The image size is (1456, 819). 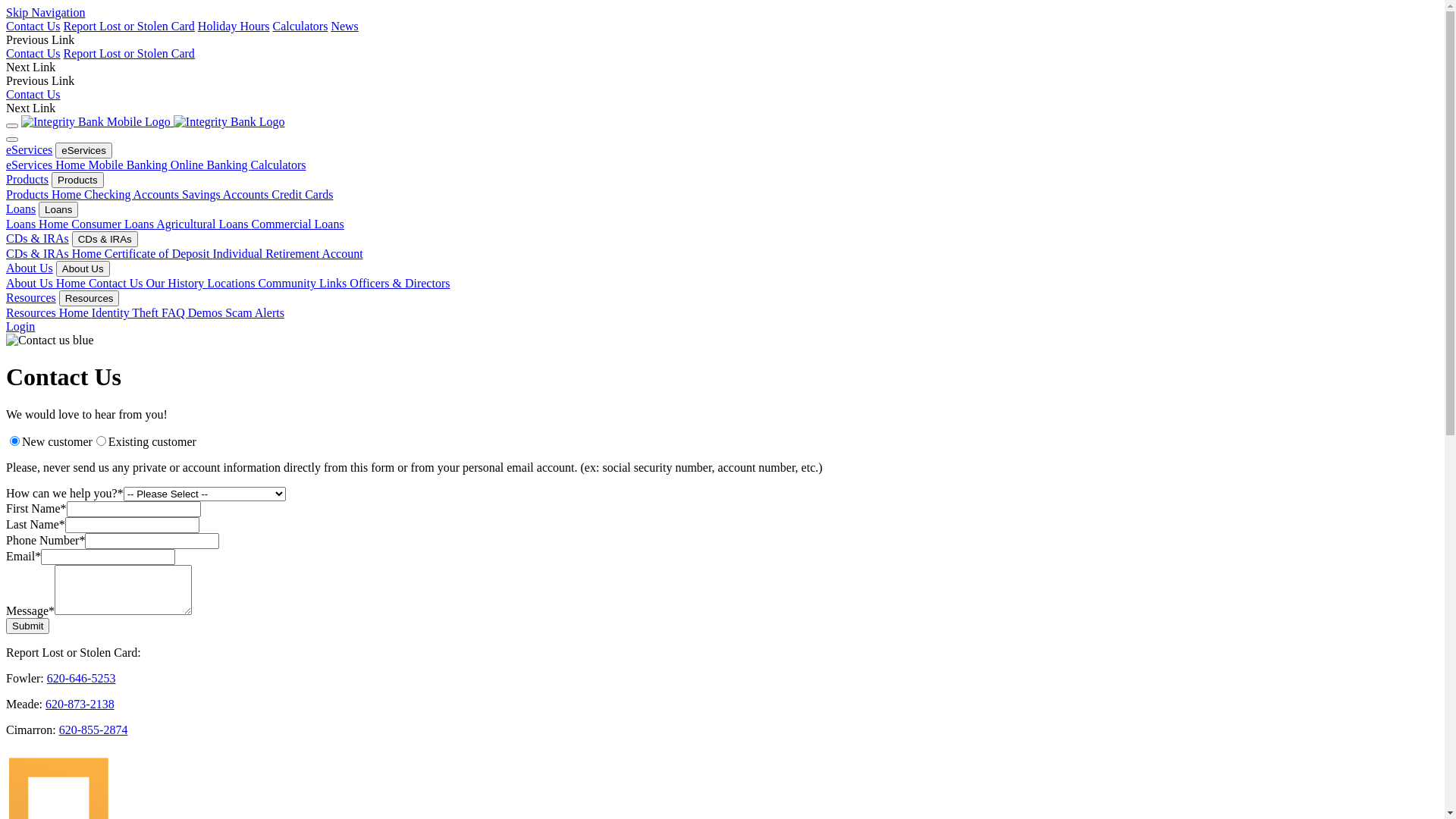 What do you see at coordinates (128, 165) in the screenshot?
I see `'Mobile Banking'` at bounding box center [128, 165].